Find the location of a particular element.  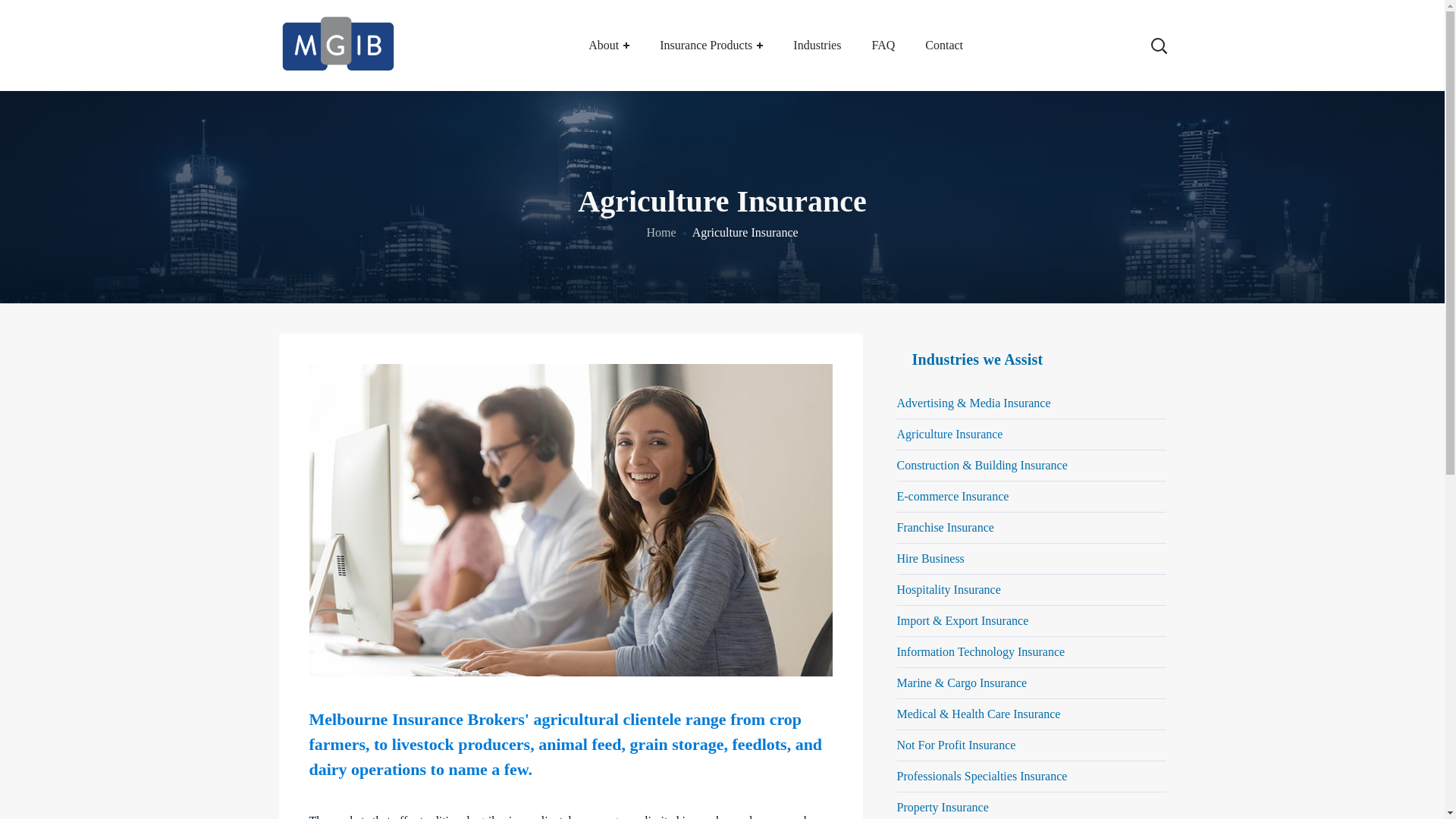

'Industries' is located at coordinates (816, 45).